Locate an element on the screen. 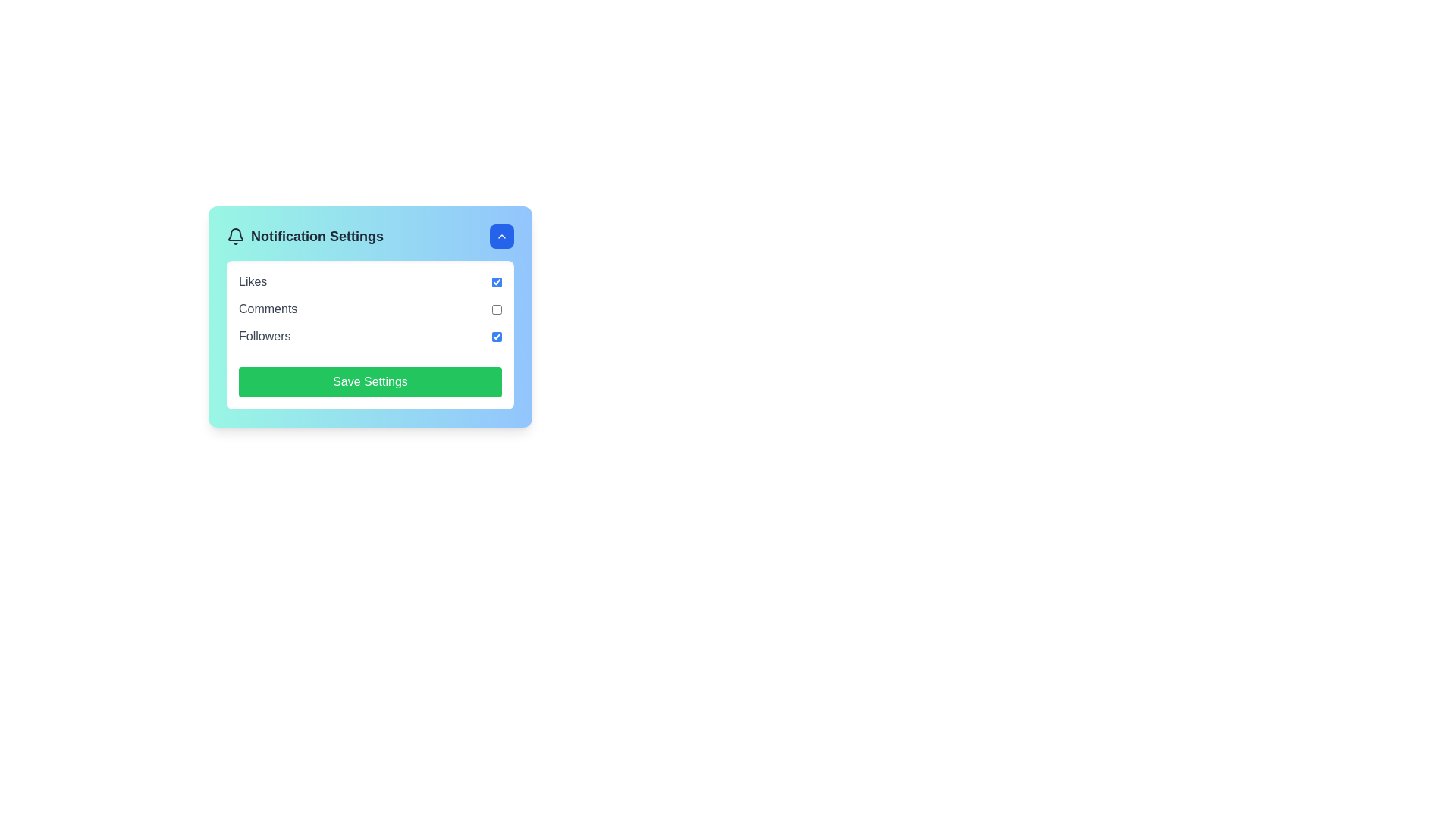 Image resolution: width=1456 pixels, height=819 pixels. the checkbox is located at coordinates (497, 309).